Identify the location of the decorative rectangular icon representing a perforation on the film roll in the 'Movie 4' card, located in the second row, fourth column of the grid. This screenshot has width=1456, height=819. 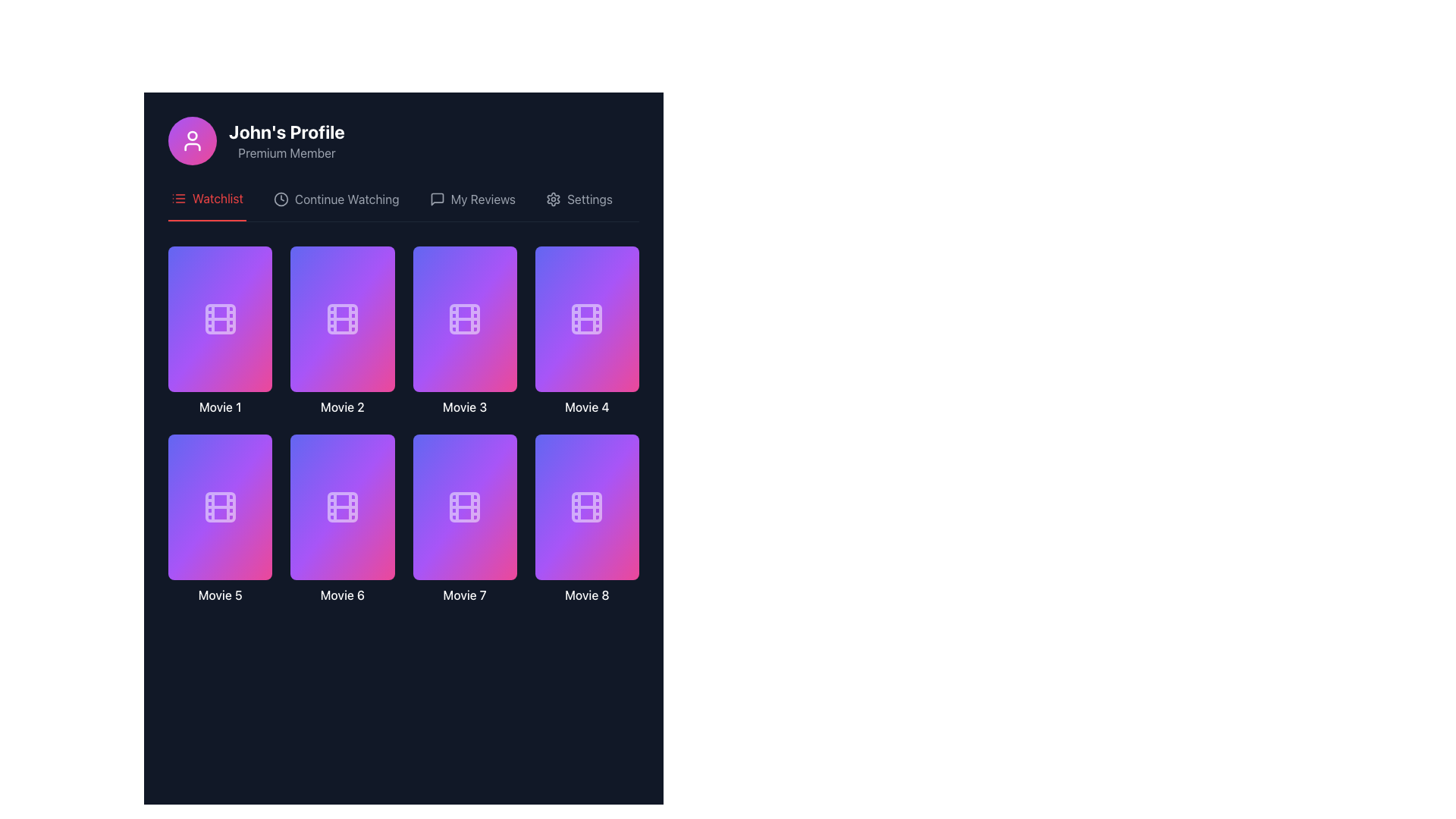
(586, 318).